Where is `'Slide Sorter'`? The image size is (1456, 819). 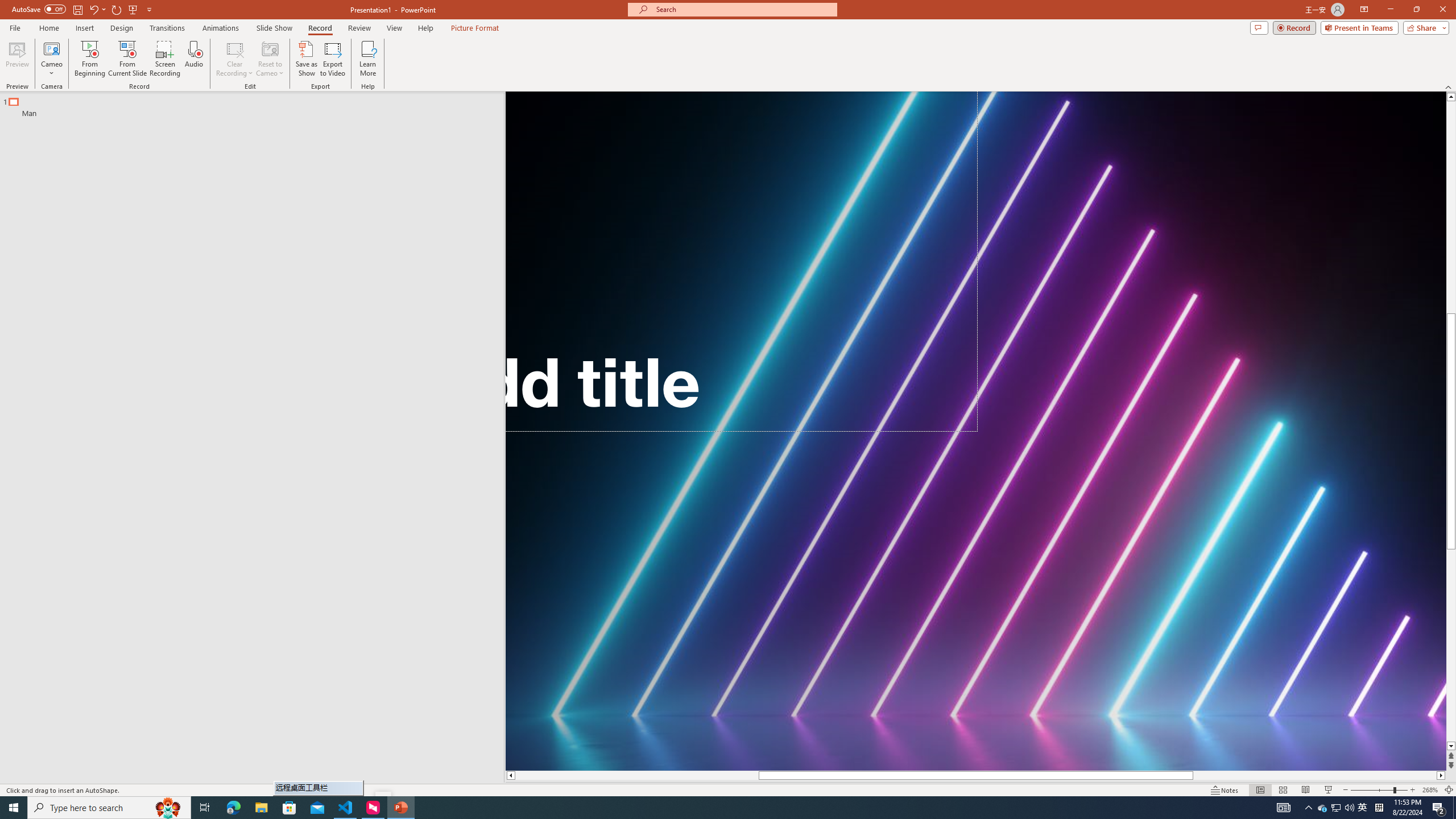 'Slide Sorter' is located at coordinates (1282, 790).